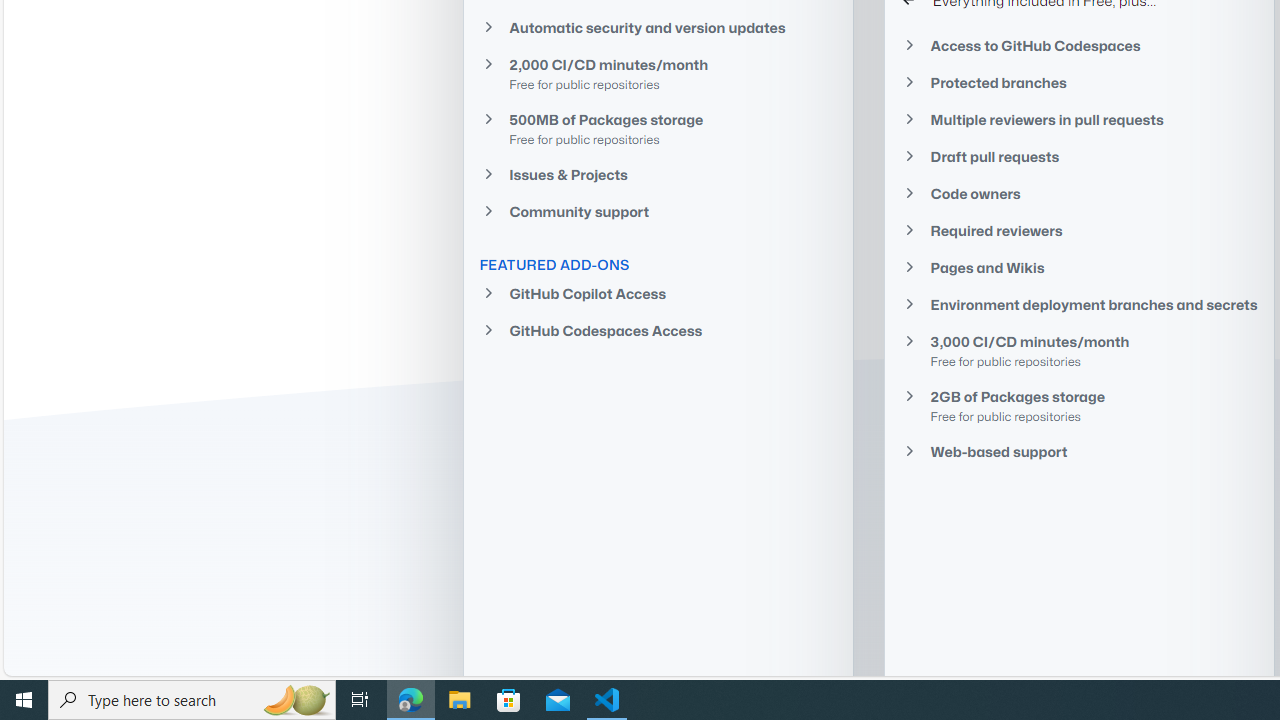  I want to click on 'Protected branches', so click(1078, 82).